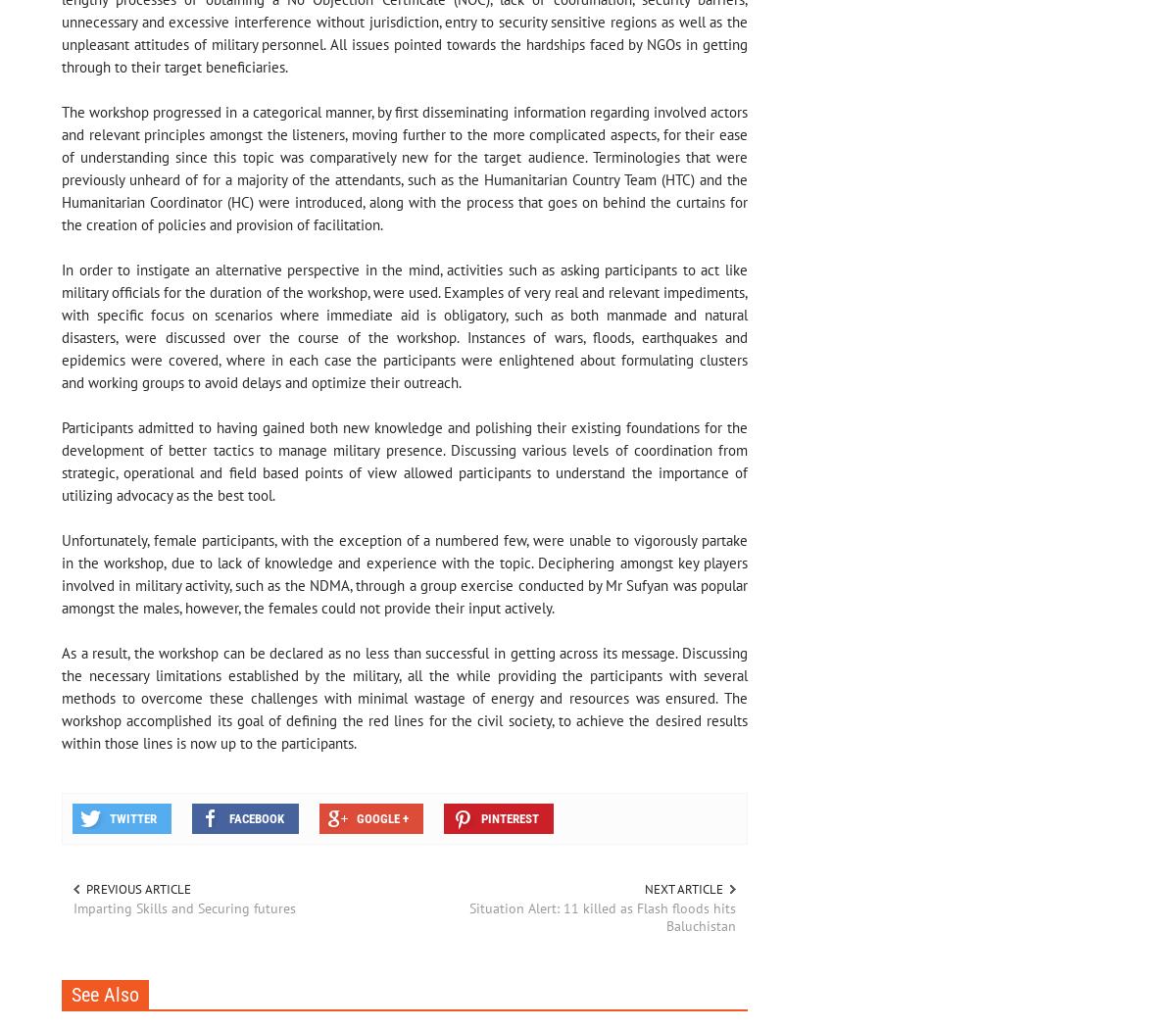  I want to click on 'The workshop progressed in a categorical manner, by first disseminating information regarding involved actors and relevant principles amongst the listeners, moving further to the more complicated aspects, for their ease of understanding since this topic was comparatively new for the target audience. Terminologies that were previously unheard of for a majority of the attendants, such as the Humanitarian Country Team (HTC) and the Humanitarian Coordinator (HC) were introduced, along with the process that goes on behind the curtains for the creation of policies and provision of facilitation.', so click(404, 168).